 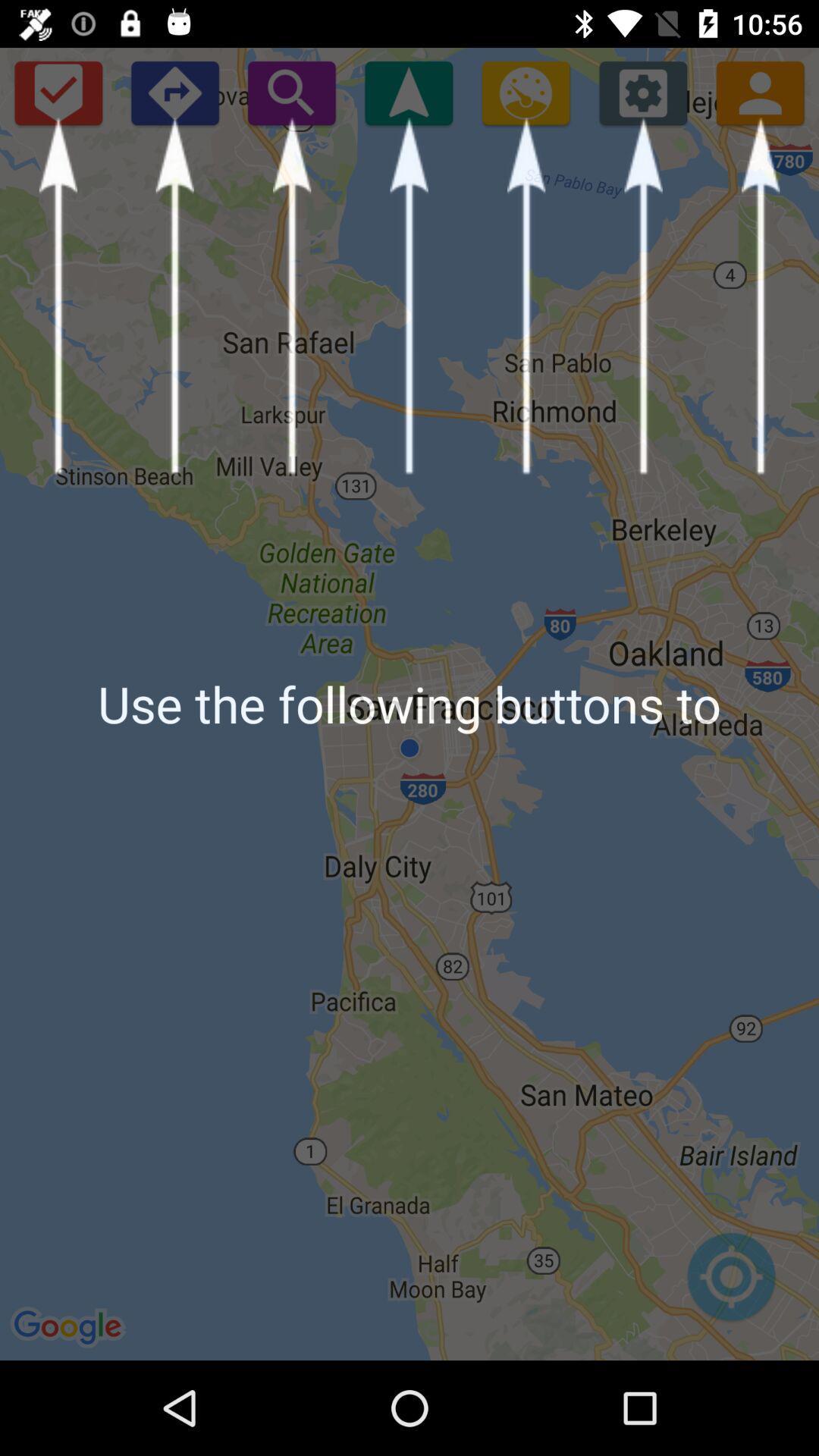 I want to click on the settings icon, so click(x=525, y=92).